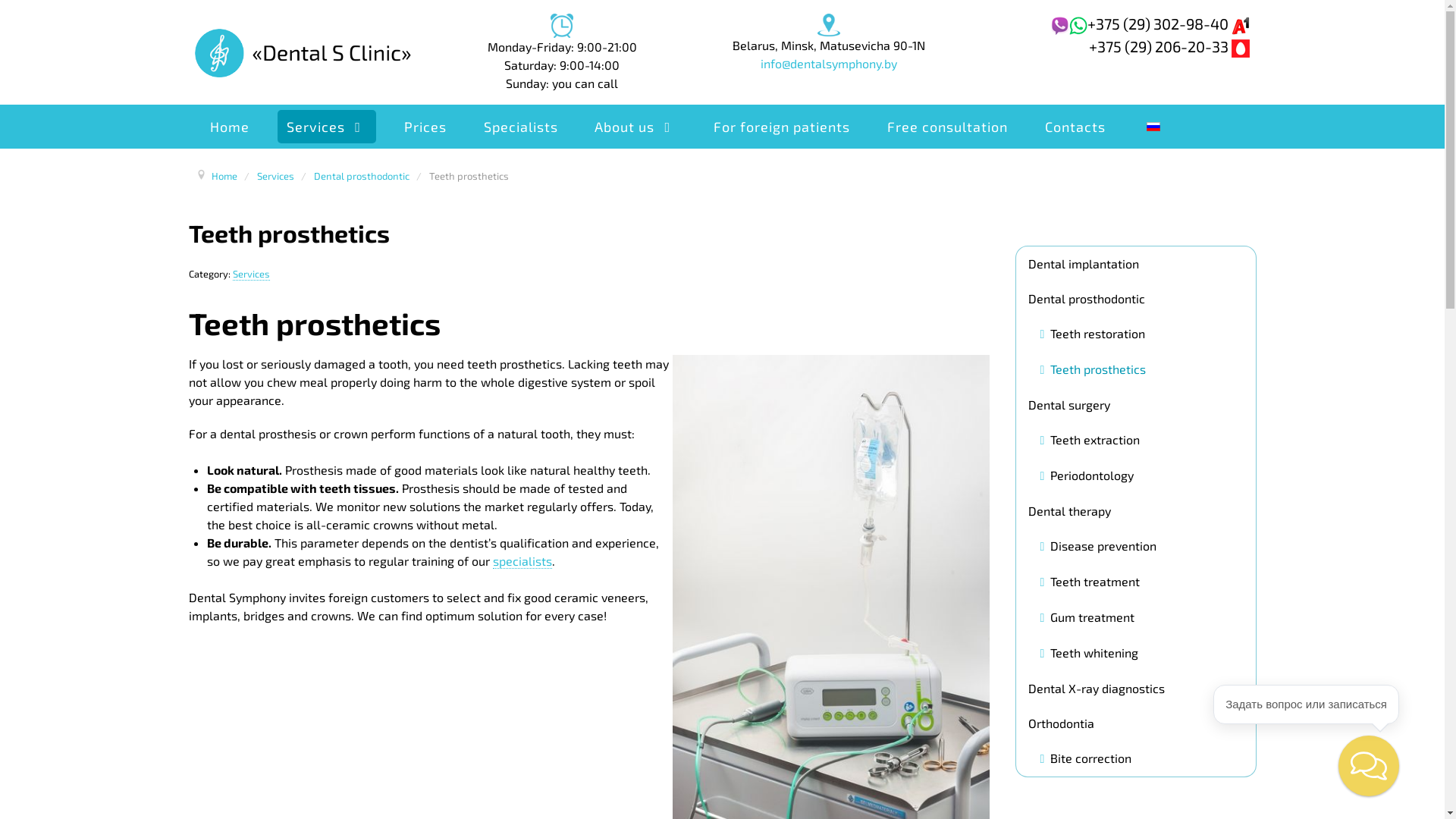  I want to click on 'Teeth whitening', so click(1088, 652).